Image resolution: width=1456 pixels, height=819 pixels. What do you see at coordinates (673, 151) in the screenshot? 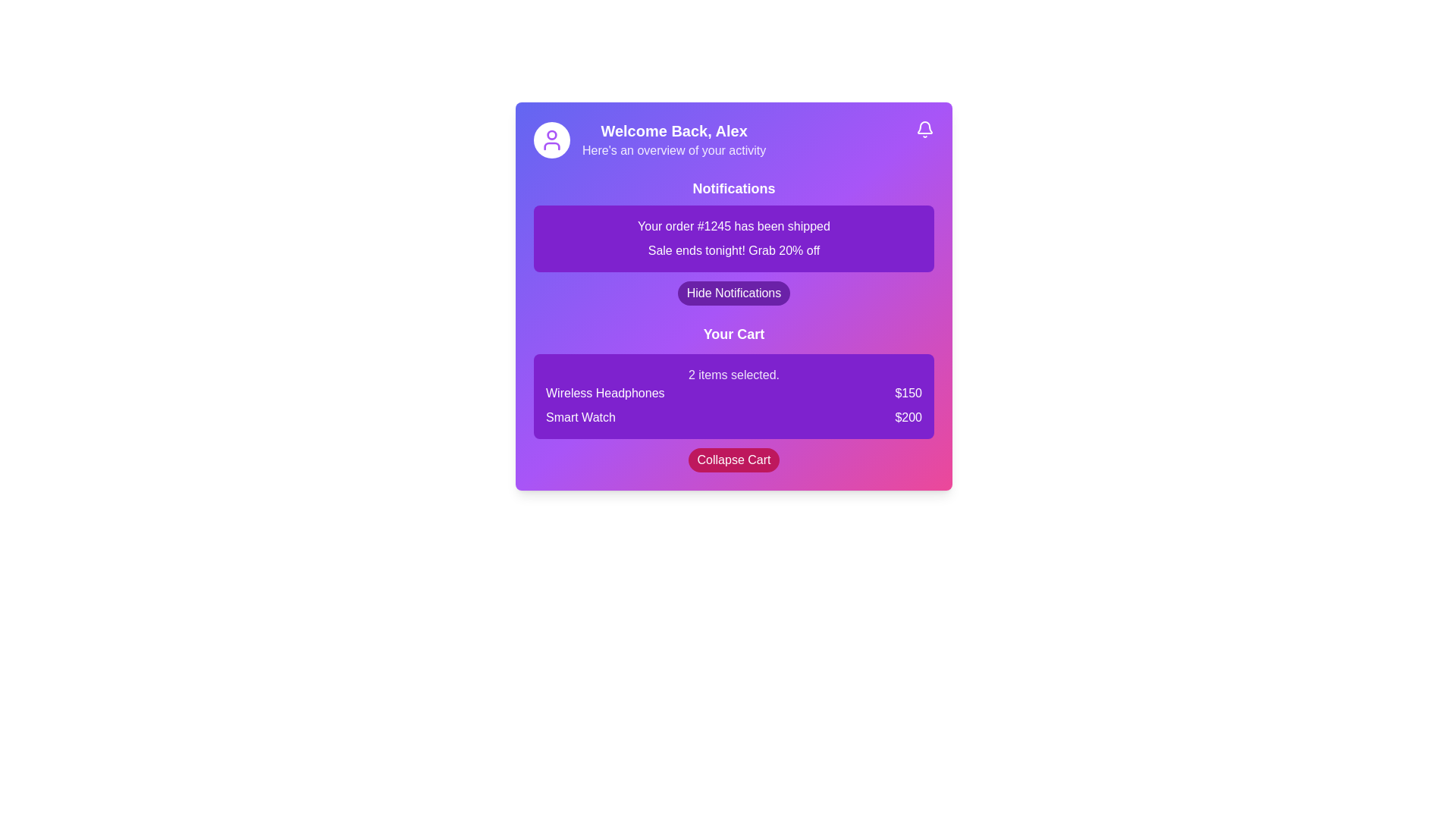
I see `the static text label located immediately below the greeting text 'Welcome Back, Alex', which serves as an informational subtitle related to the user's activity summary` at bounding box center [673, 151].